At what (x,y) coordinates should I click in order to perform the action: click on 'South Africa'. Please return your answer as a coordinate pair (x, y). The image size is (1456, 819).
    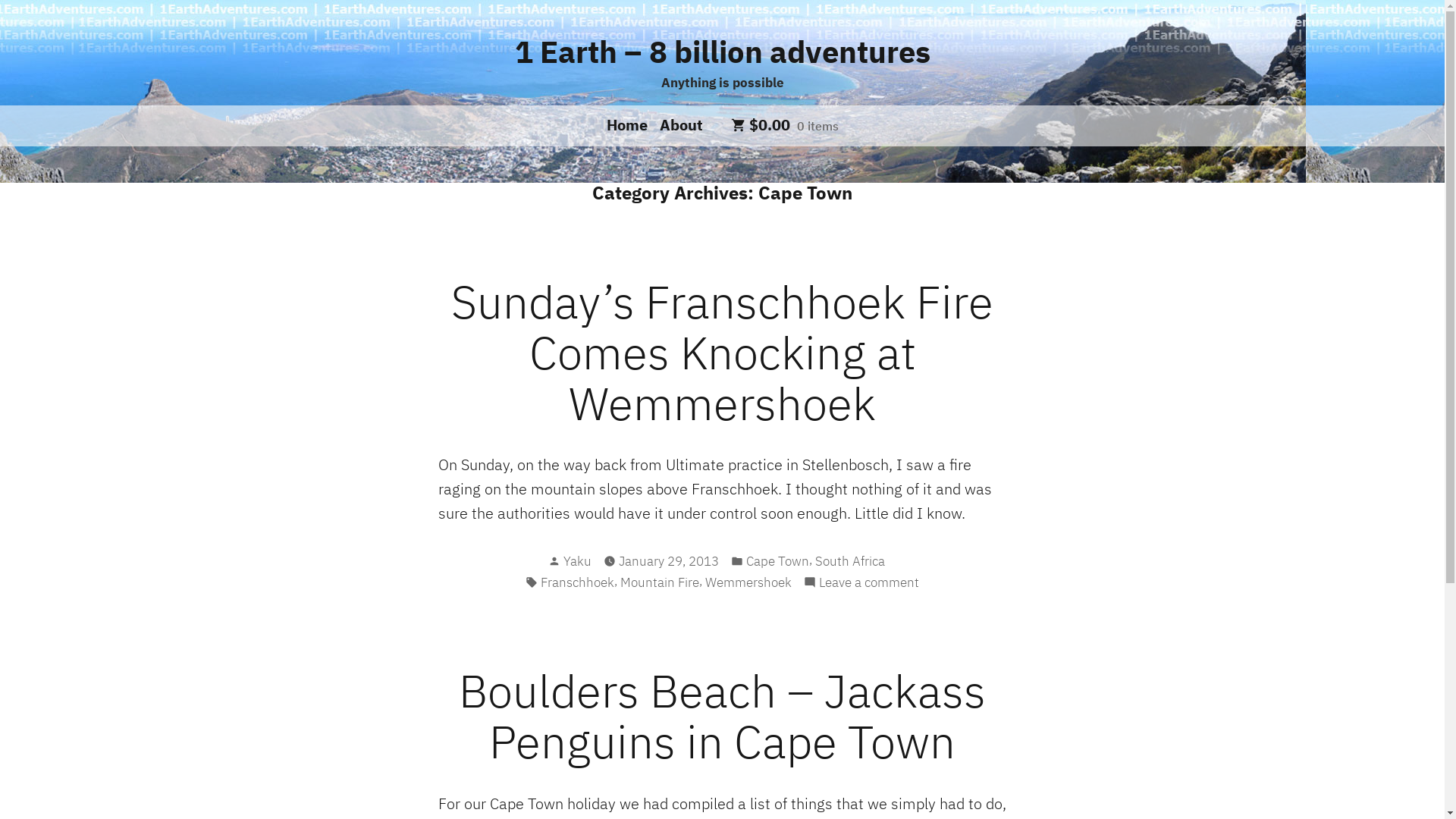
    Looking at the image, I should click on (848, 561).